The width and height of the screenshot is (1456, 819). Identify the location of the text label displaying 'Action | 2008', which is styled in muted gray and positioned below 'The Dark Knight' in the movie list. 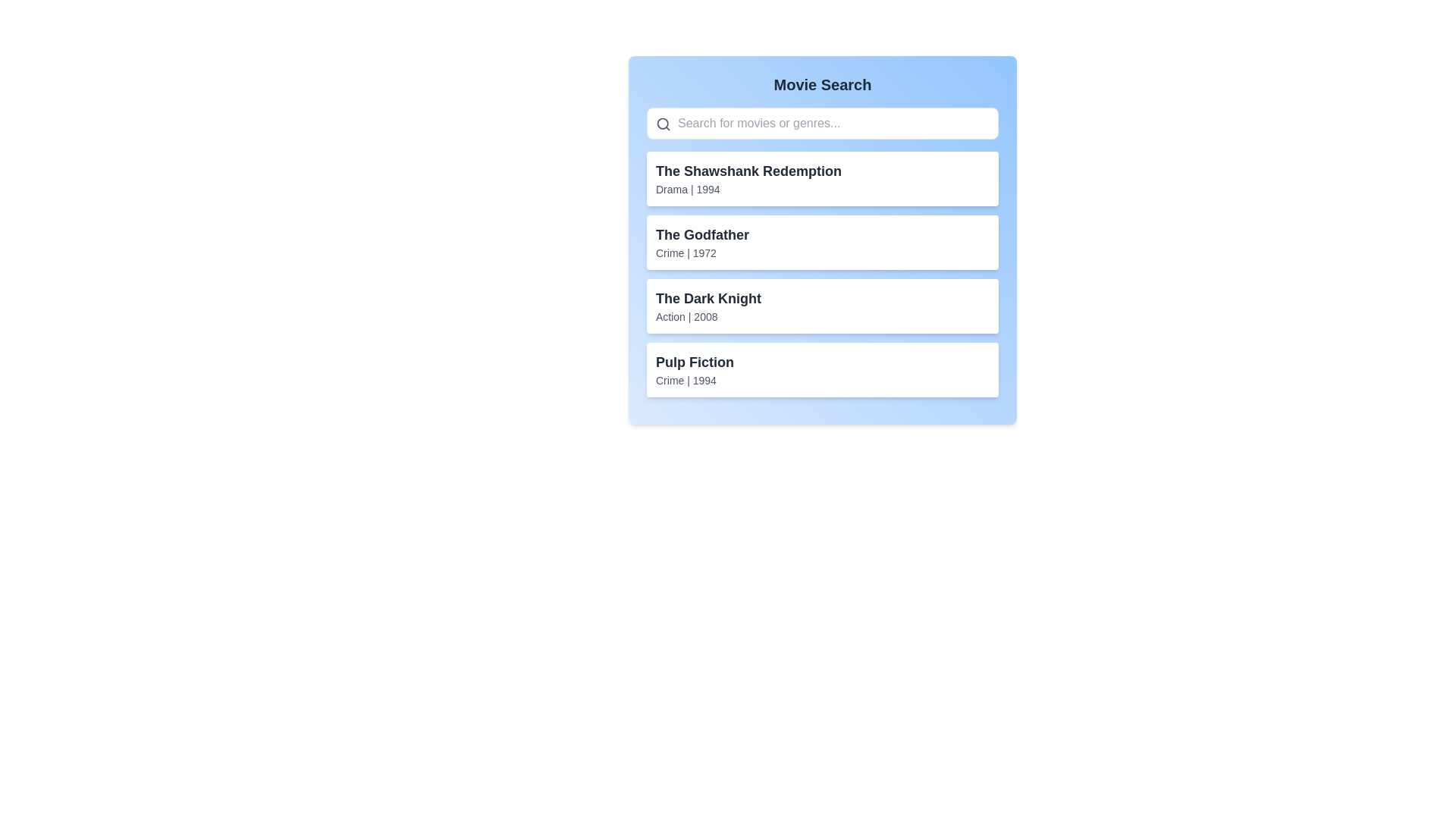
(708, 315).